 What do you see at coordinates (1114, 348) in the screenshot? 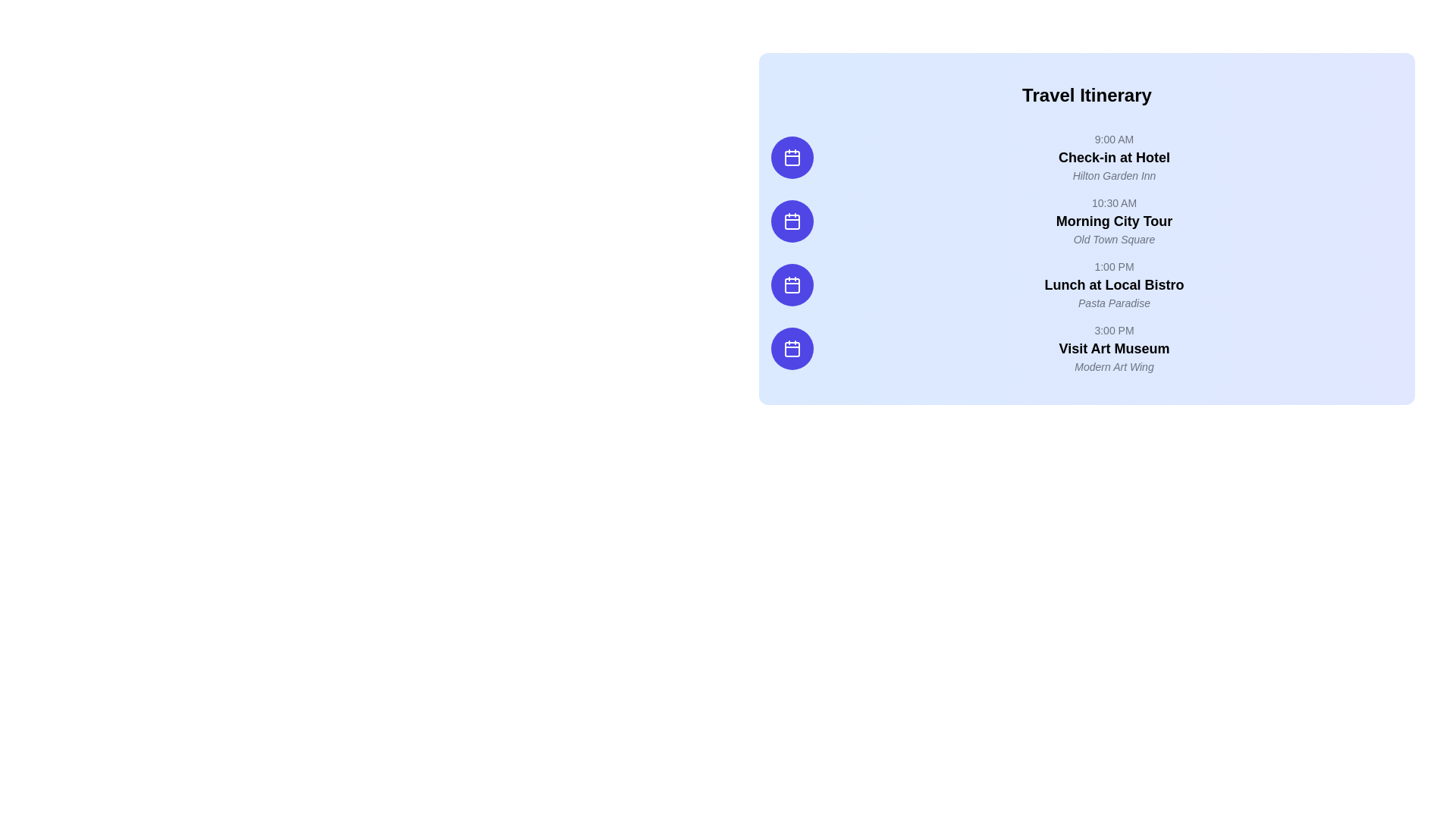
I see `event details from the text block displaying '3:00 PM', 'Visit Art Museum', and 'Modern Art Wing' located in the right section of the itinerary interface` at bounding box center [1114, 348].